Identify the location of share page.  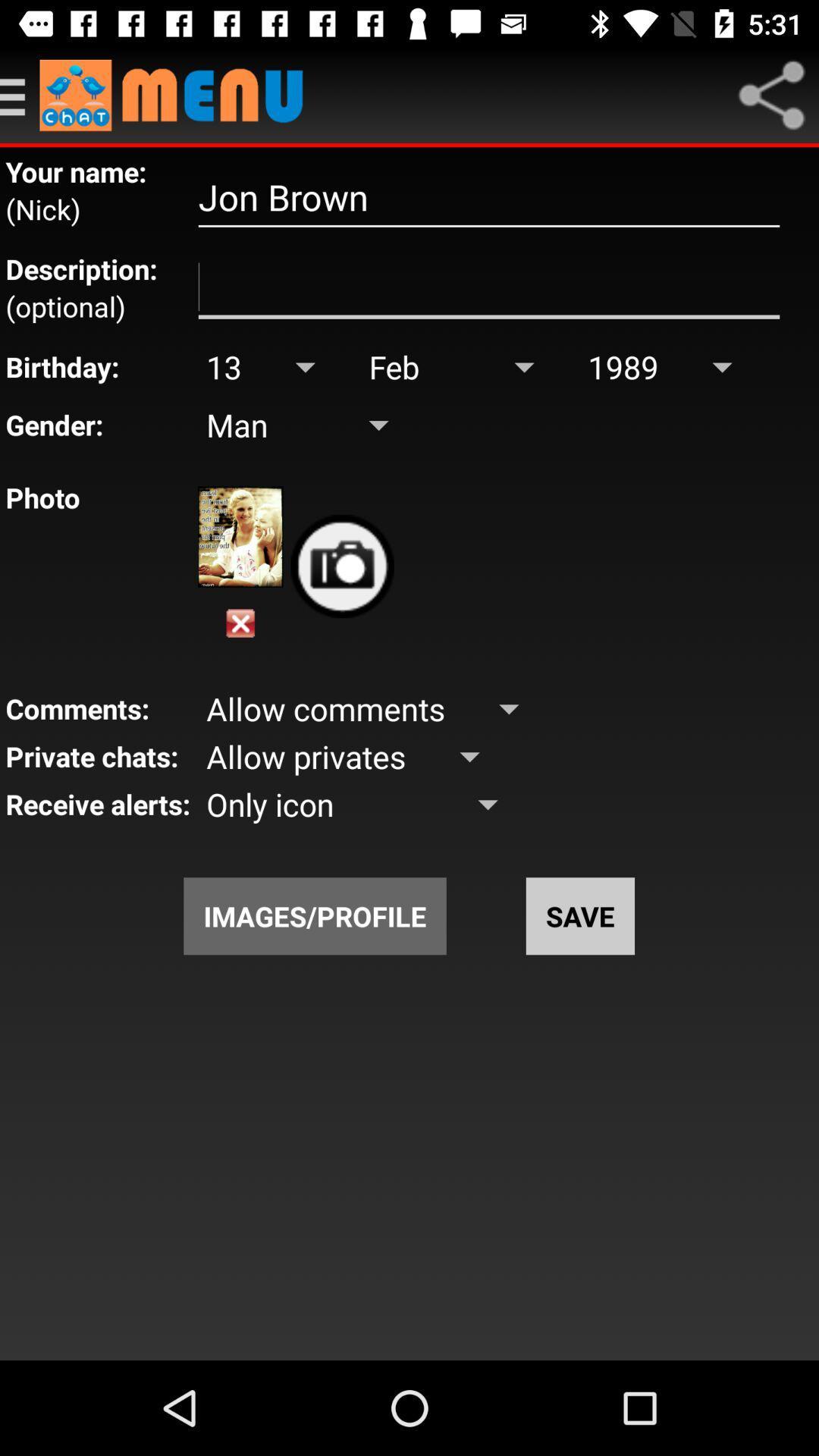
(771, 94).